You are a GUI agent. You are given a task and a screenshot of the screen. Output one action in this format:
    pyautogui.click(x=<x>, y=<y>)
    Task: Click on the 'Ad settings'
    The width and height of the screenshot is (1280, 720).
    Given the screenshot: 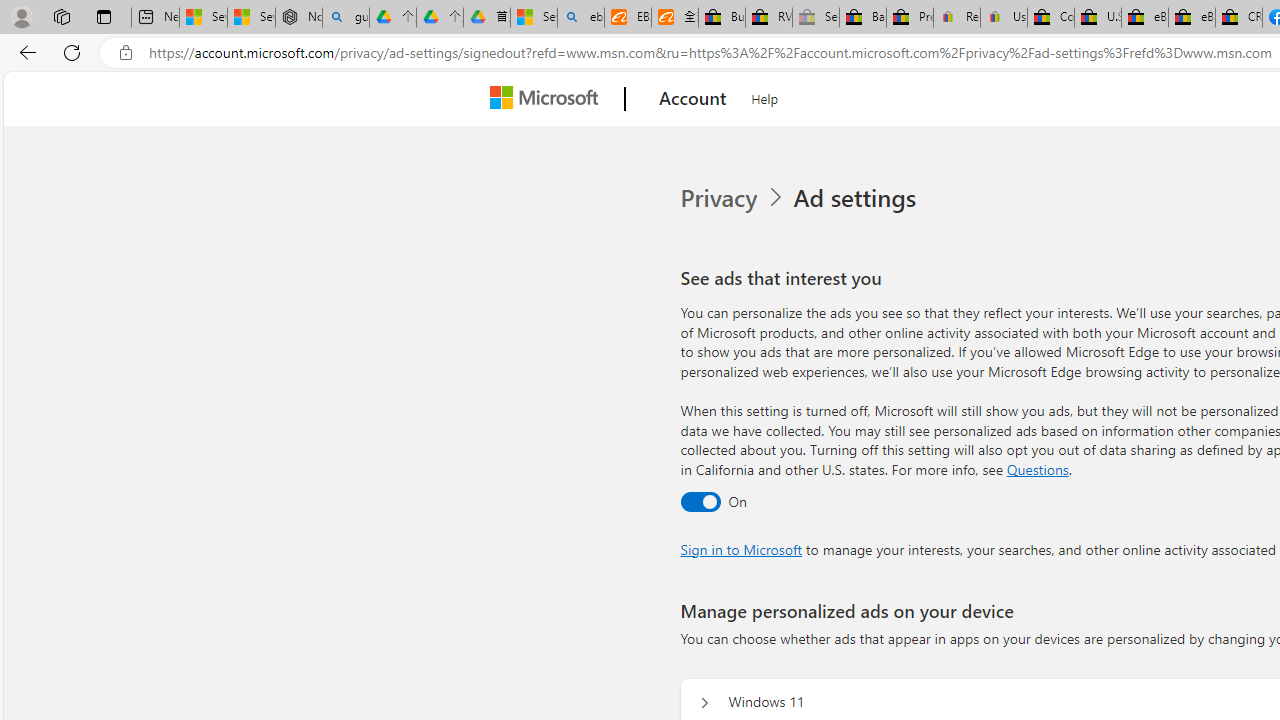 What is the action you would take?
    pyautogui.click(x=858, y=198)
    